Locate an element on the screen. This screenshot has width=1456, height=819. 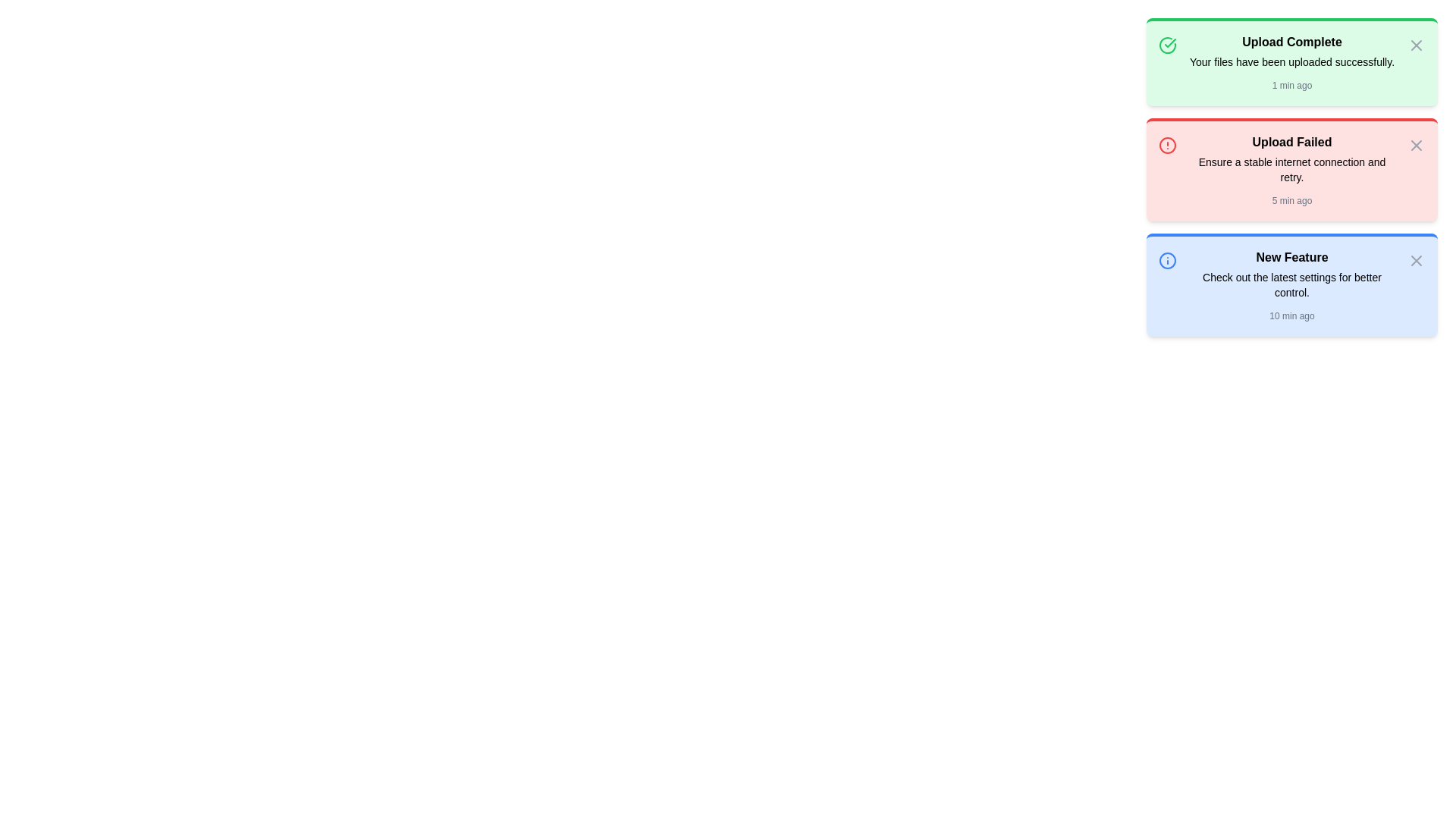
the Text Label containing the content 'Check out the latest settings for better control.' which is styled with a smaller font size and located below the title 'New Feature.' is located at coordinates (1291, 284).